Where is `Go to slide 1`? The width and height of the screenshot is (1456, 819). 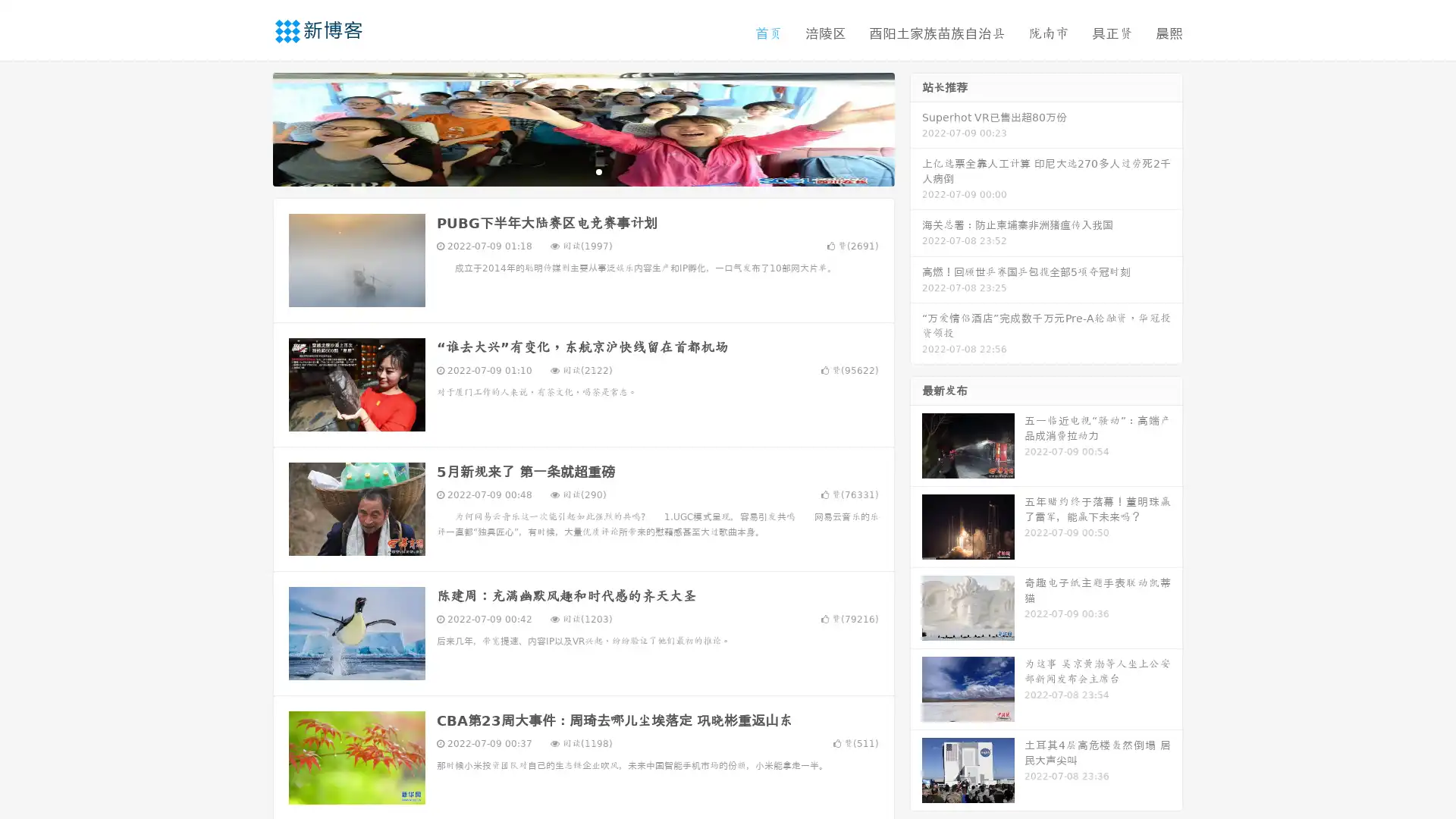 Go to slide 1 is located at coordinates (567, 171).